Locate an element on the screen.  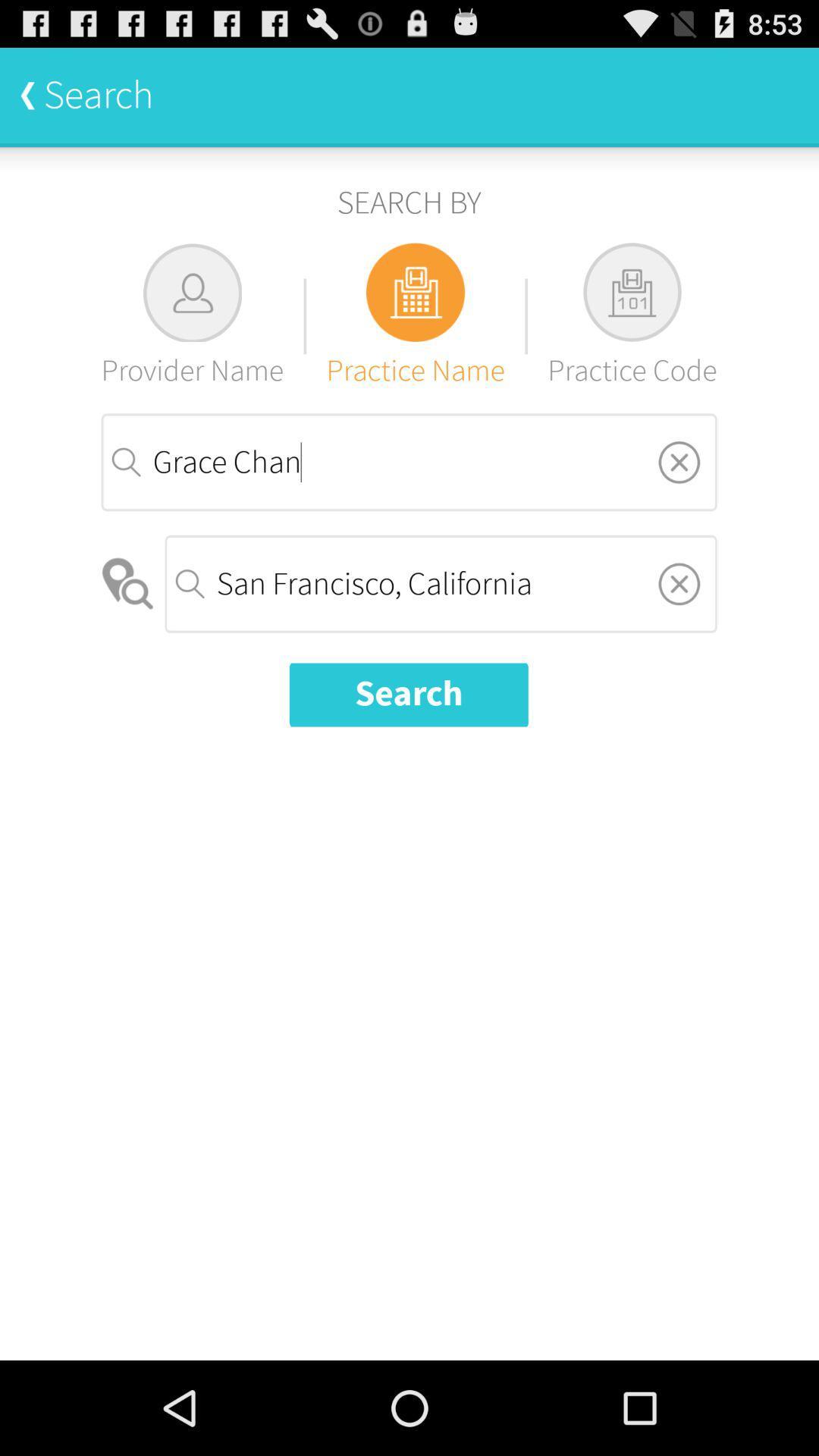
the item above the grace chan is located at coordinates (632, 315).